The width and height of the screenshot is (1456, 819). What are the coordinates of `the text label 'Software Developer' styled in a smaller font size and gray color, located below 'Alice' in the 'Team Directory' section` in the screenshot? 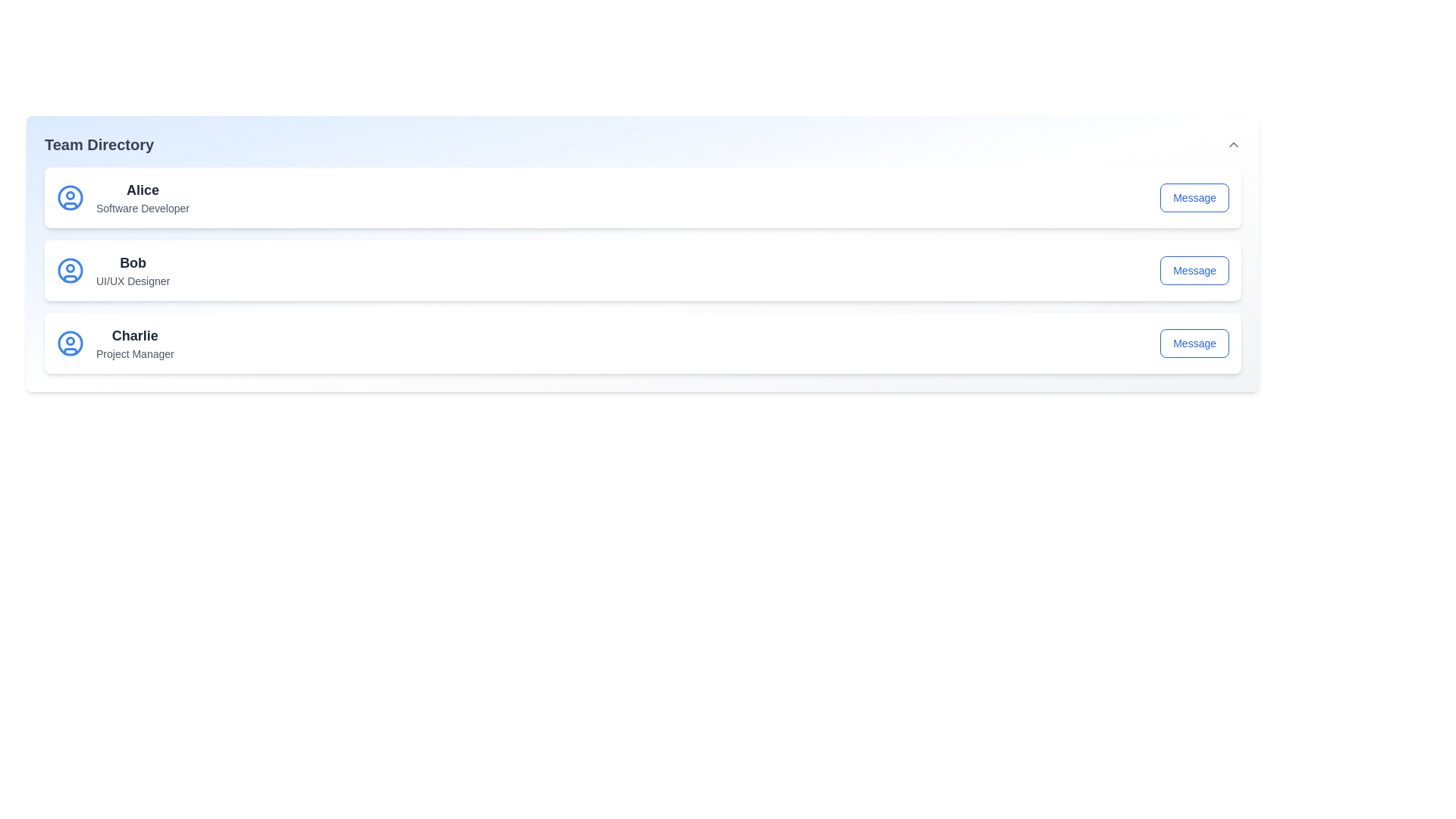 It's located at (143, 208).